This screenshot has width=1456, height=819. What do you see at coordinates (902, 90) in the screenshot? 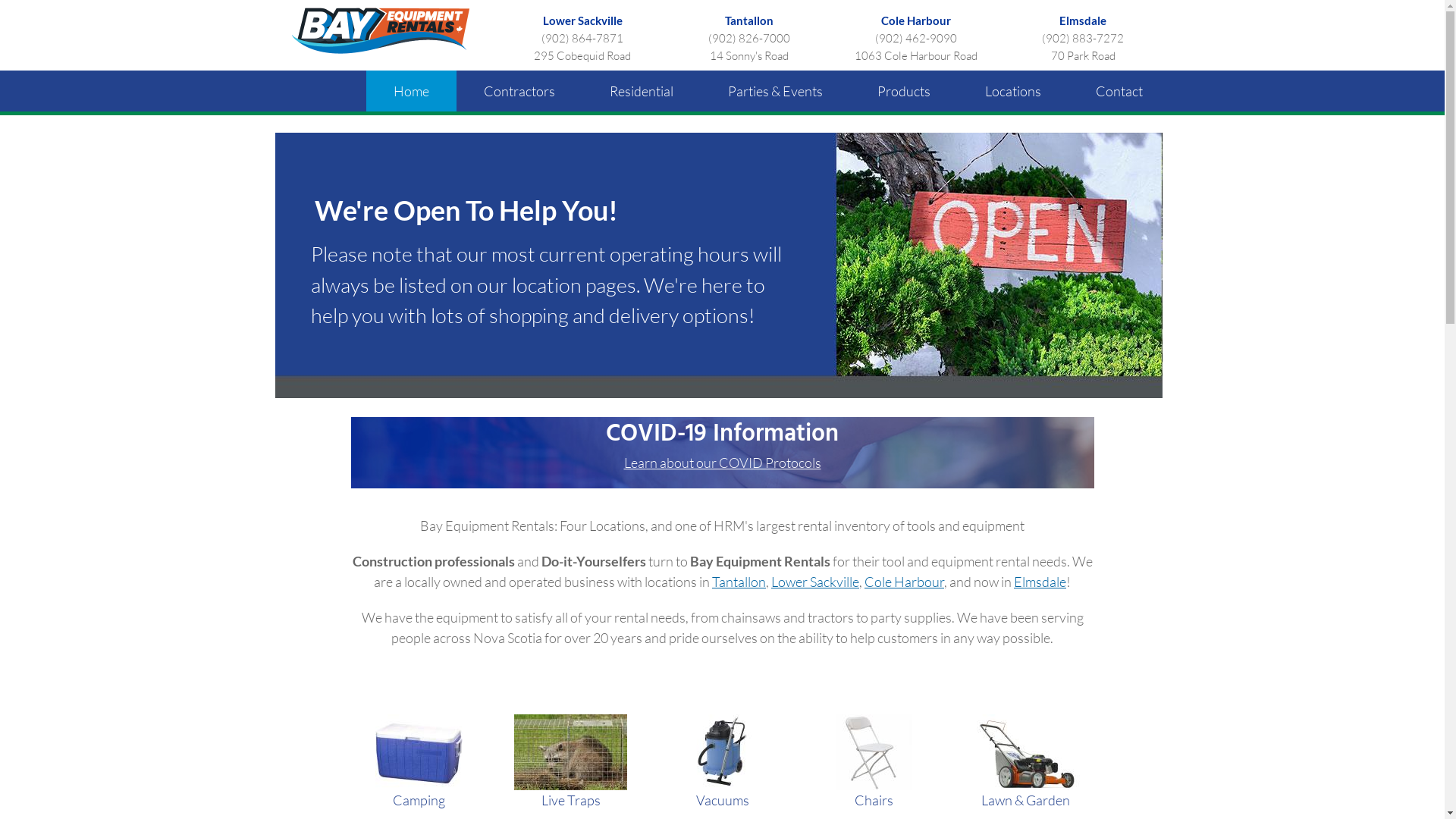
I see `'Products'` at bounding box center [902, 90].